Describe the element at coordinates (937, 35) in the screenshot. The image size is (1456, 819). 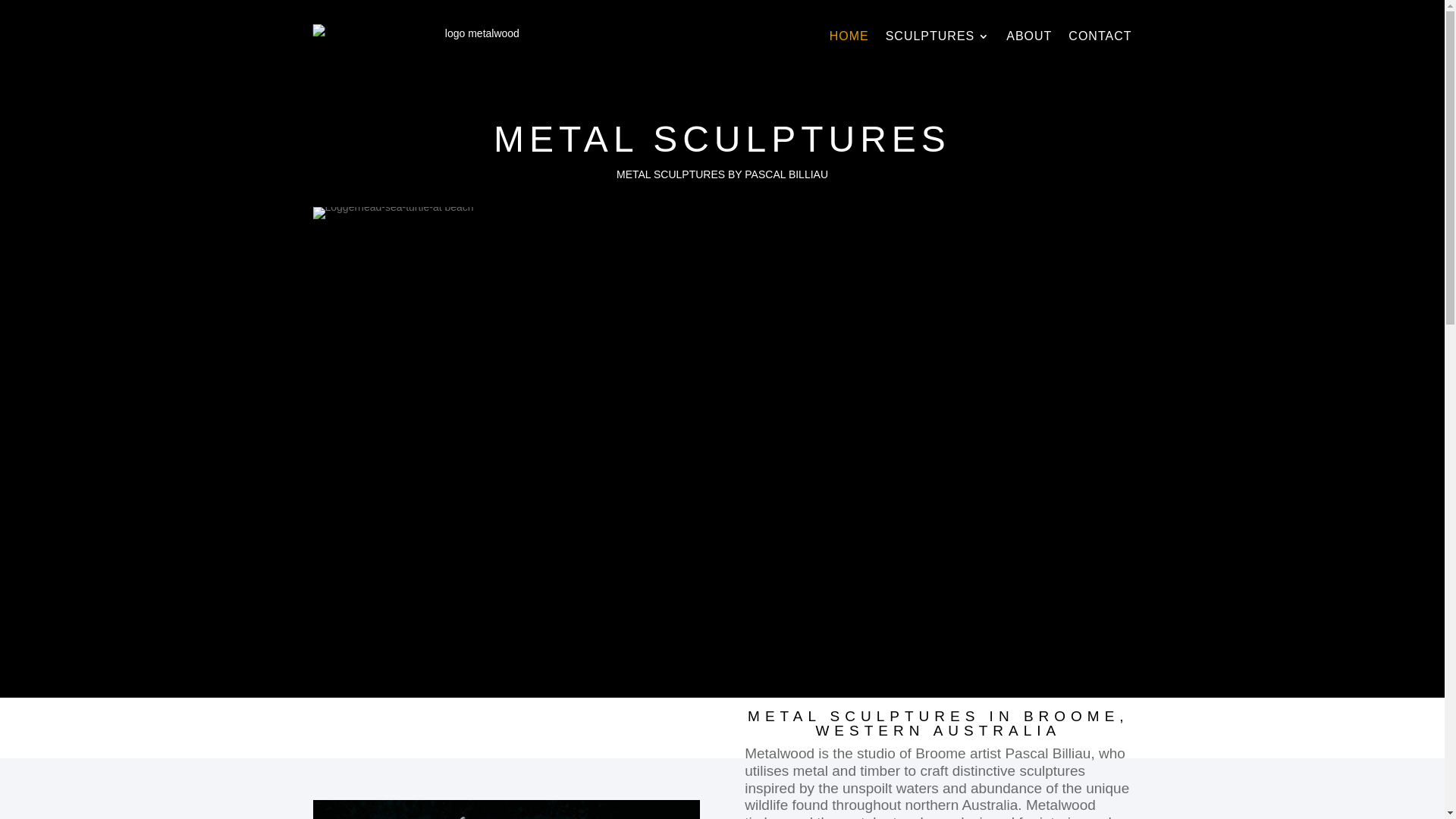
I see `'SCULPTURES'` at that location.